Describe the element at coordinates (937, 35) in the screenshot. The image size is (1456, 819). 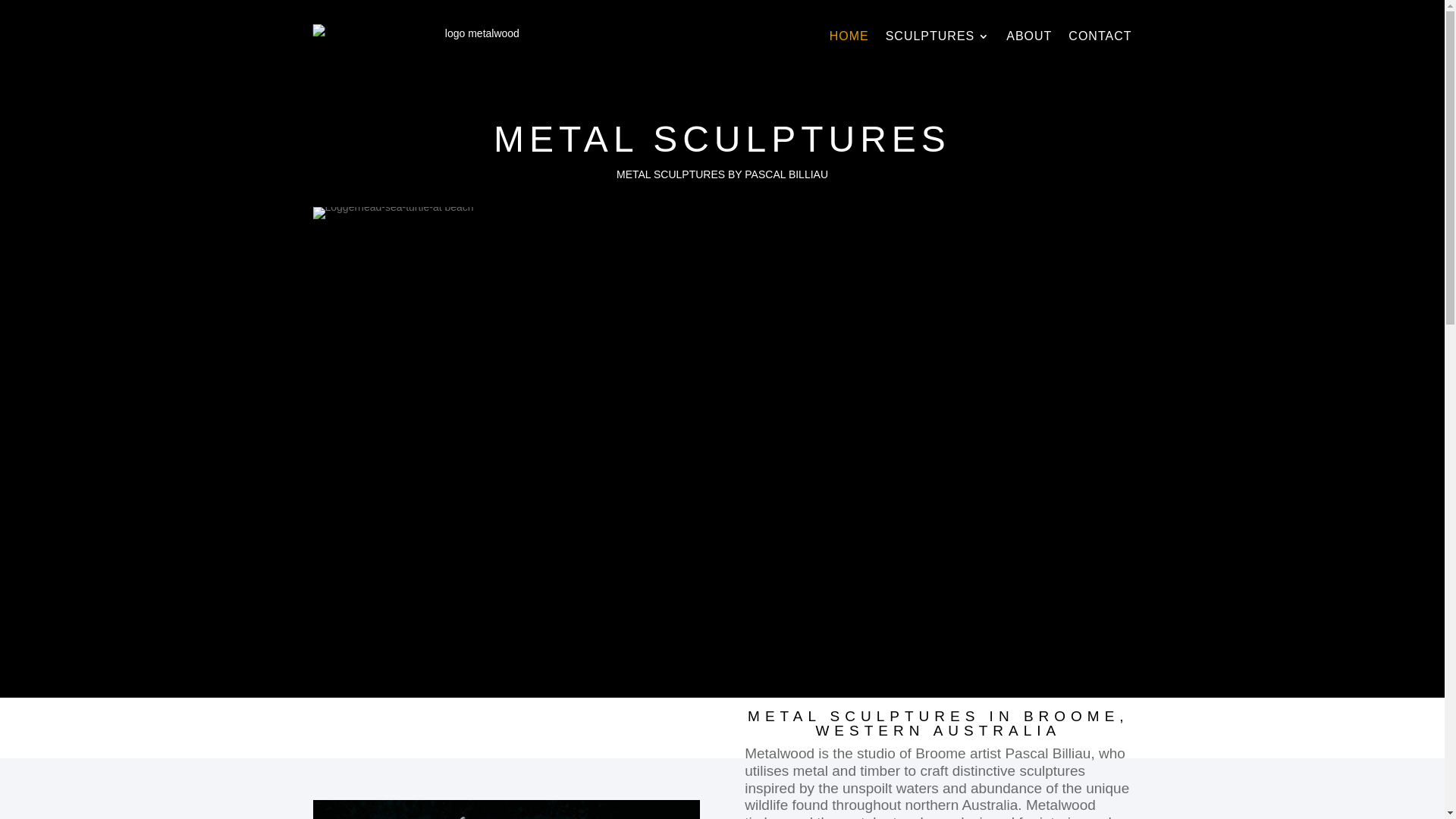
I see `'SCULPTURES'` at that location.